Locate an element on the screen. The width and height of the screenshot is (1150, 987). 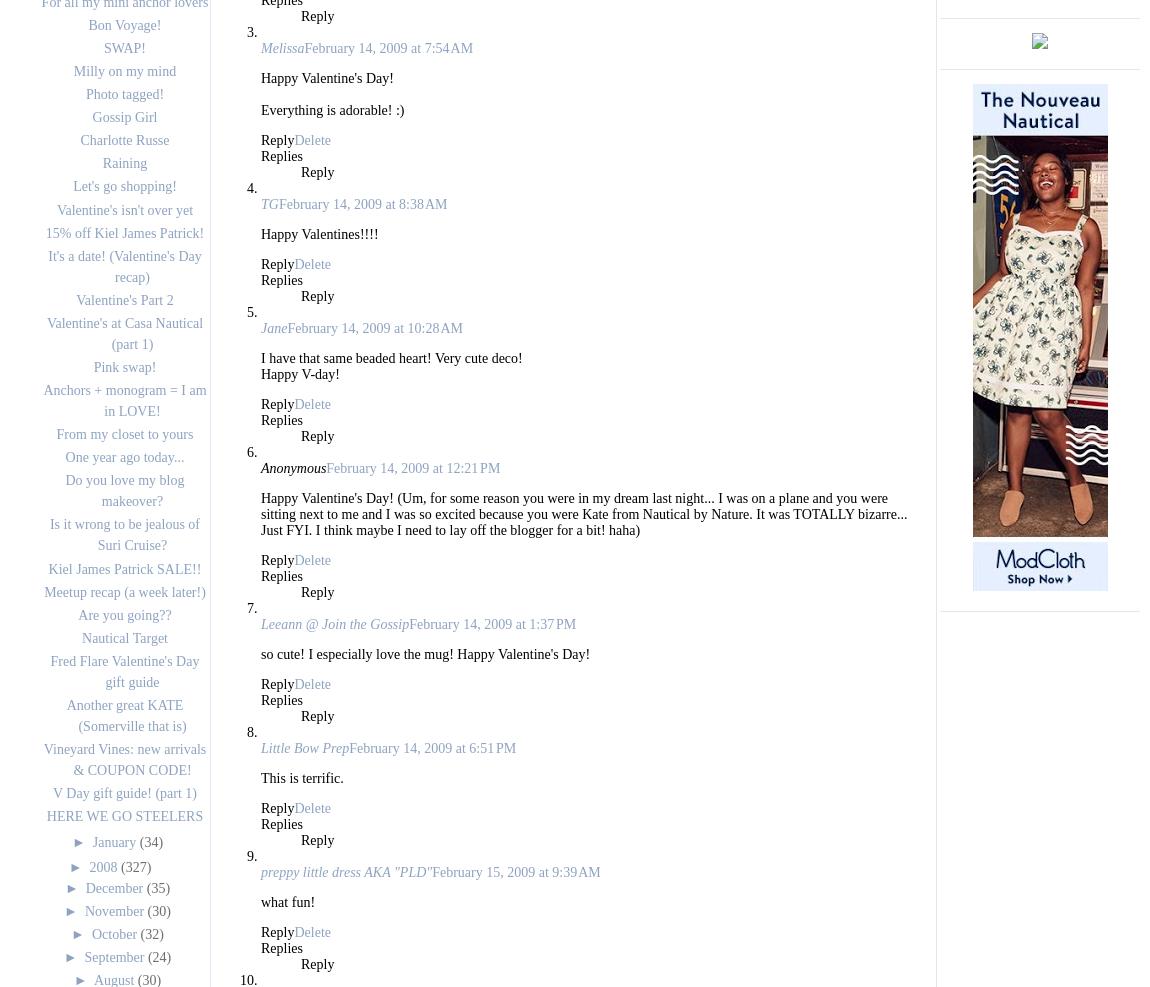
'Gossip Girl' is located at coordinates (123, 117).